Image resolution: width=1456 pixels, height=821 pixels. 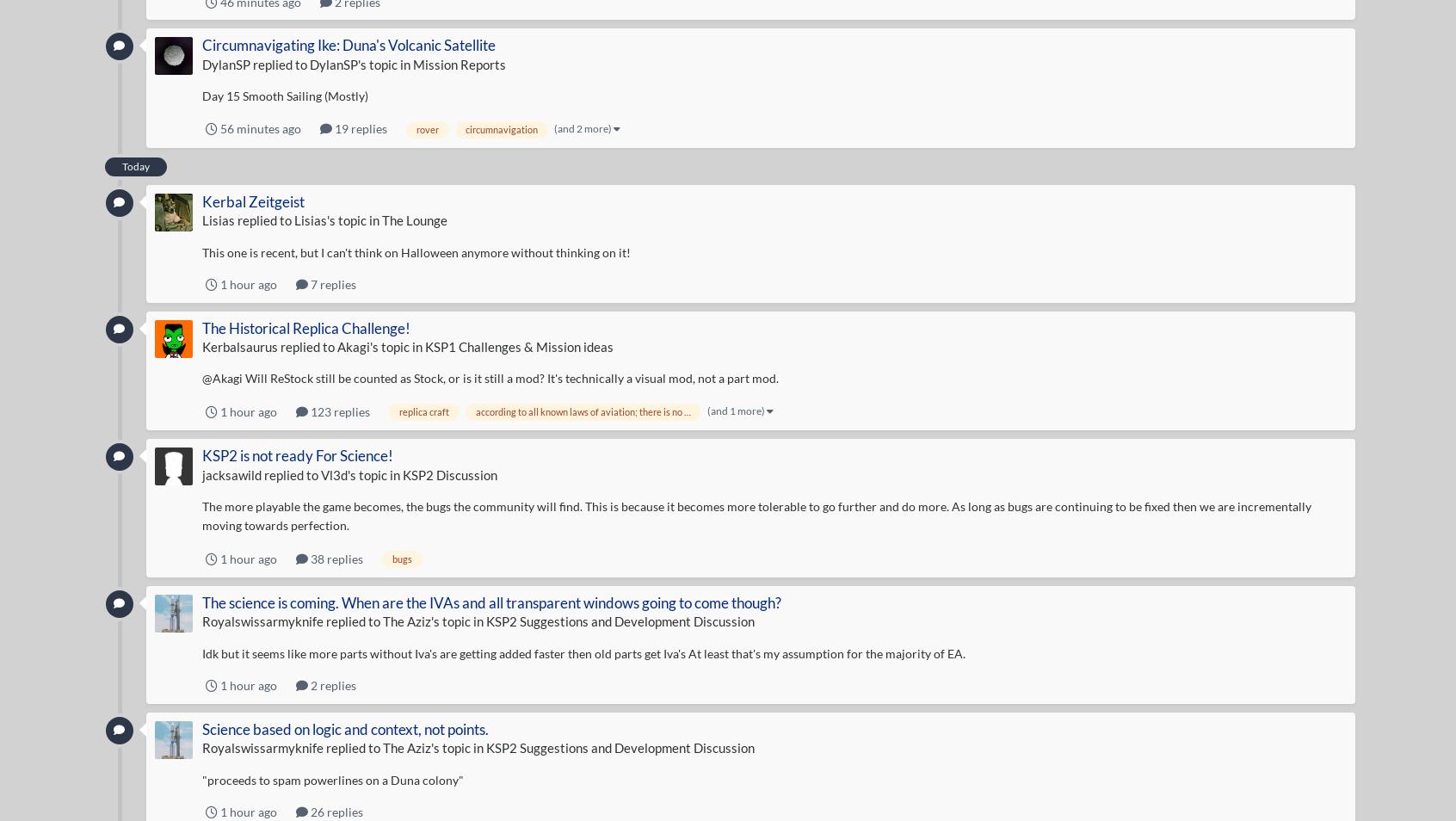 I want to click on 'Akagi', so click(x=352, y=346).